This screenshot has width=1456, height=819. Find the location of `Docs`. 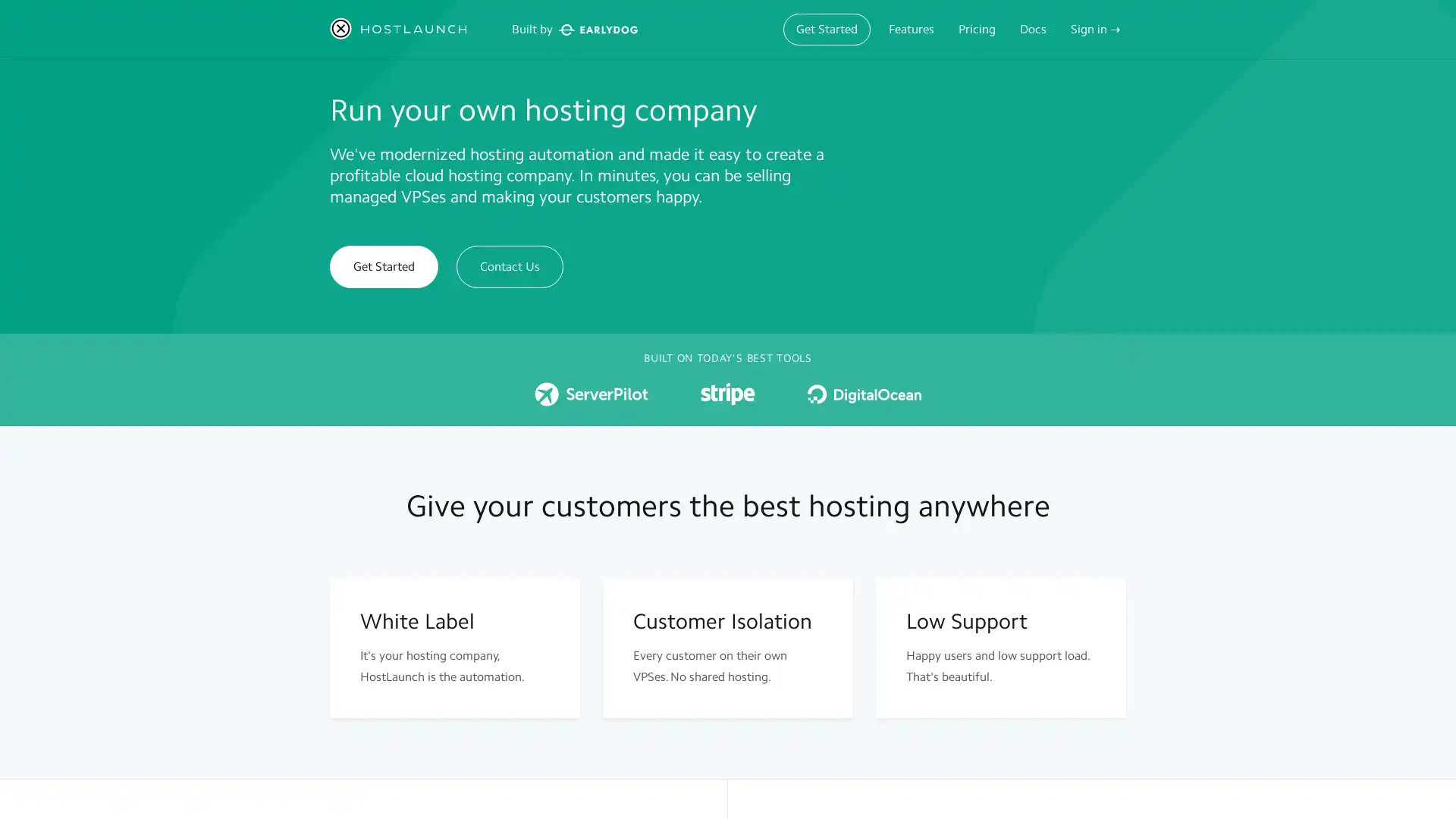

Docs is located at coordinates (1032, 29).